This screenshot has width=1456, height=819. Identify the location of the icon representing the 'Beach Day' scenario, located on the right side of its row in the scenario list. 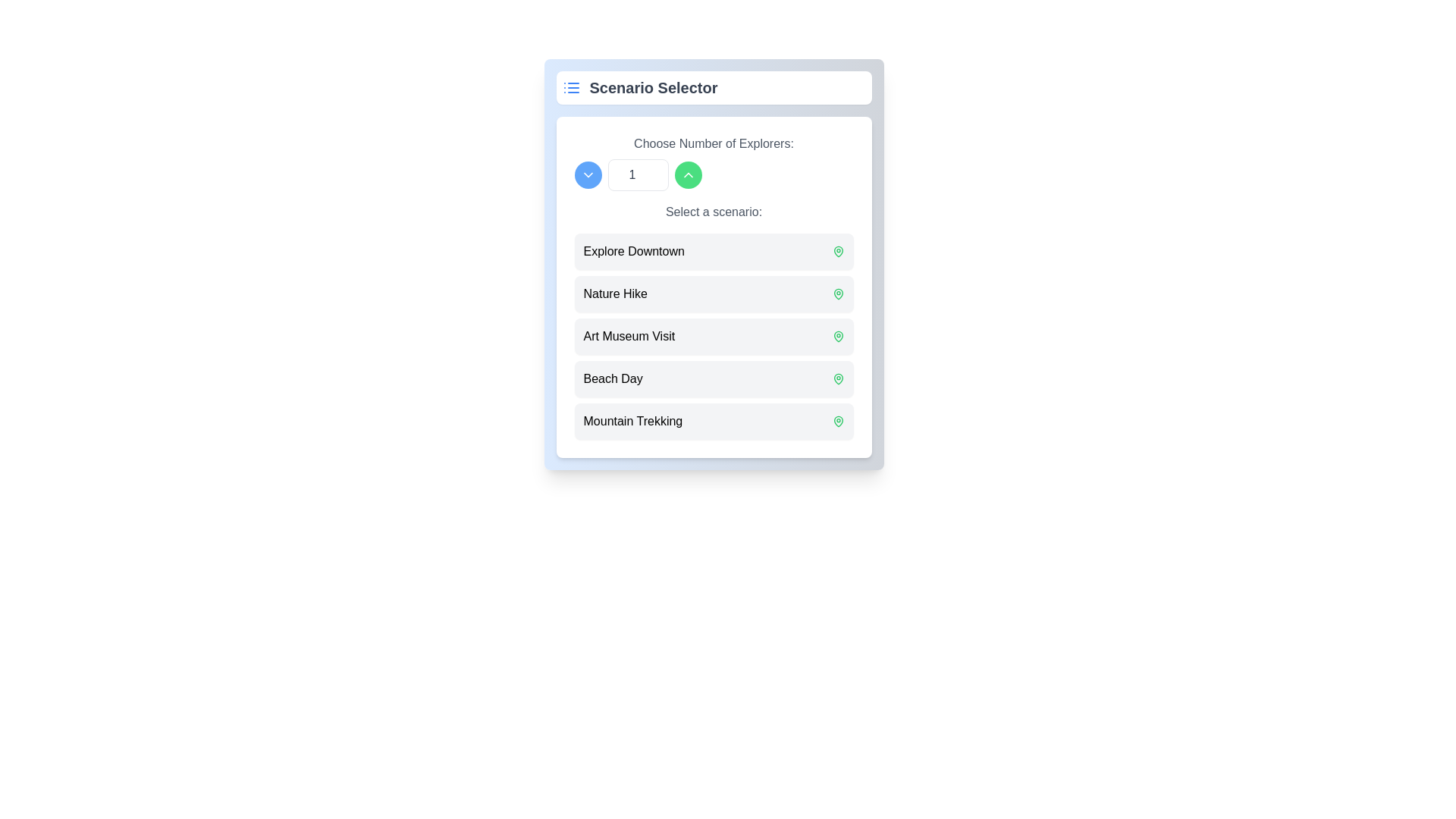
(837, 378).